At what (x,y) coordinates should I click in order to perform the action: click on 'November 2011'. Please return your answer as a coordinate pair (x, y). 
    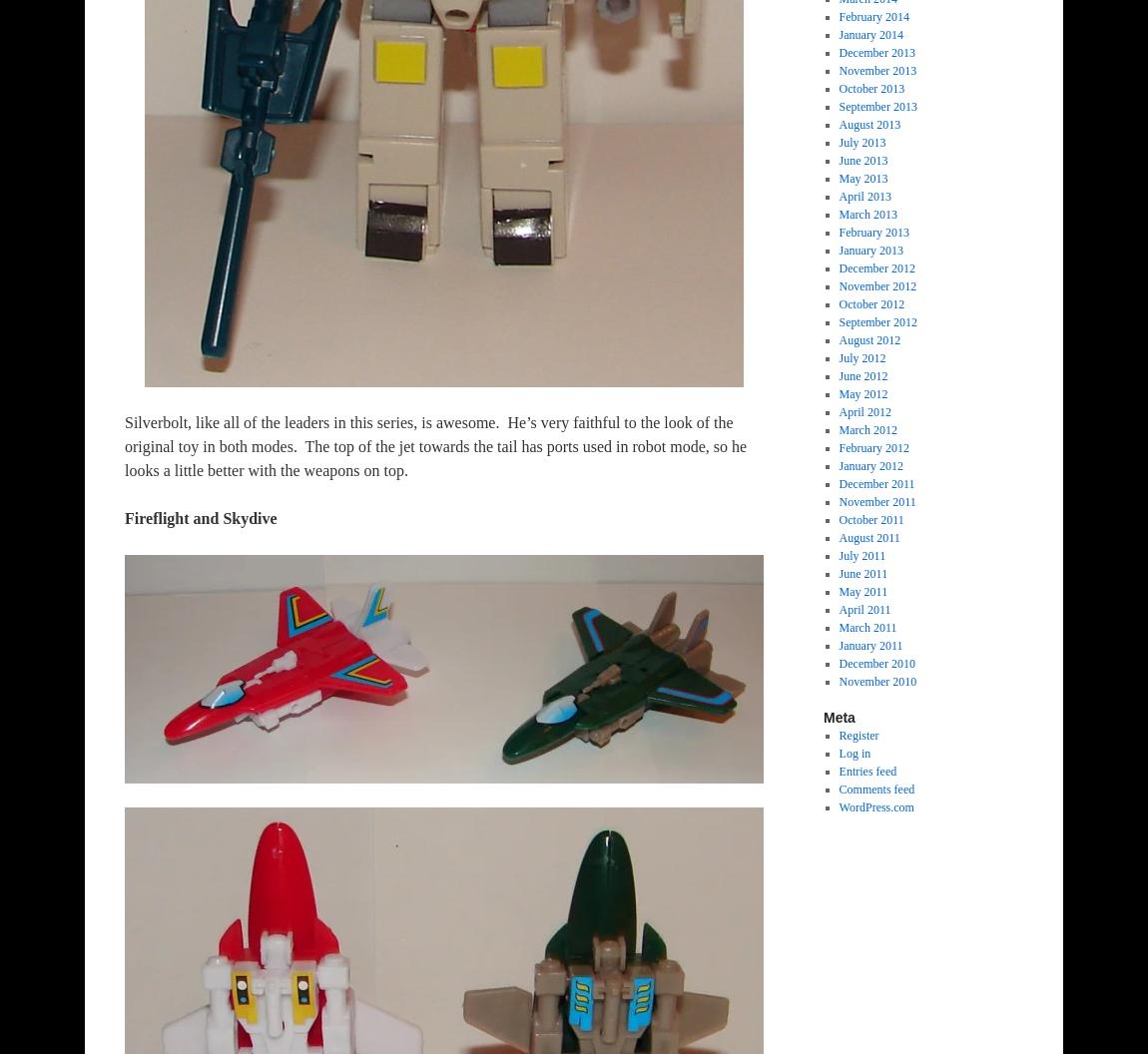
    Looking at the image, I should click on (876, 500).